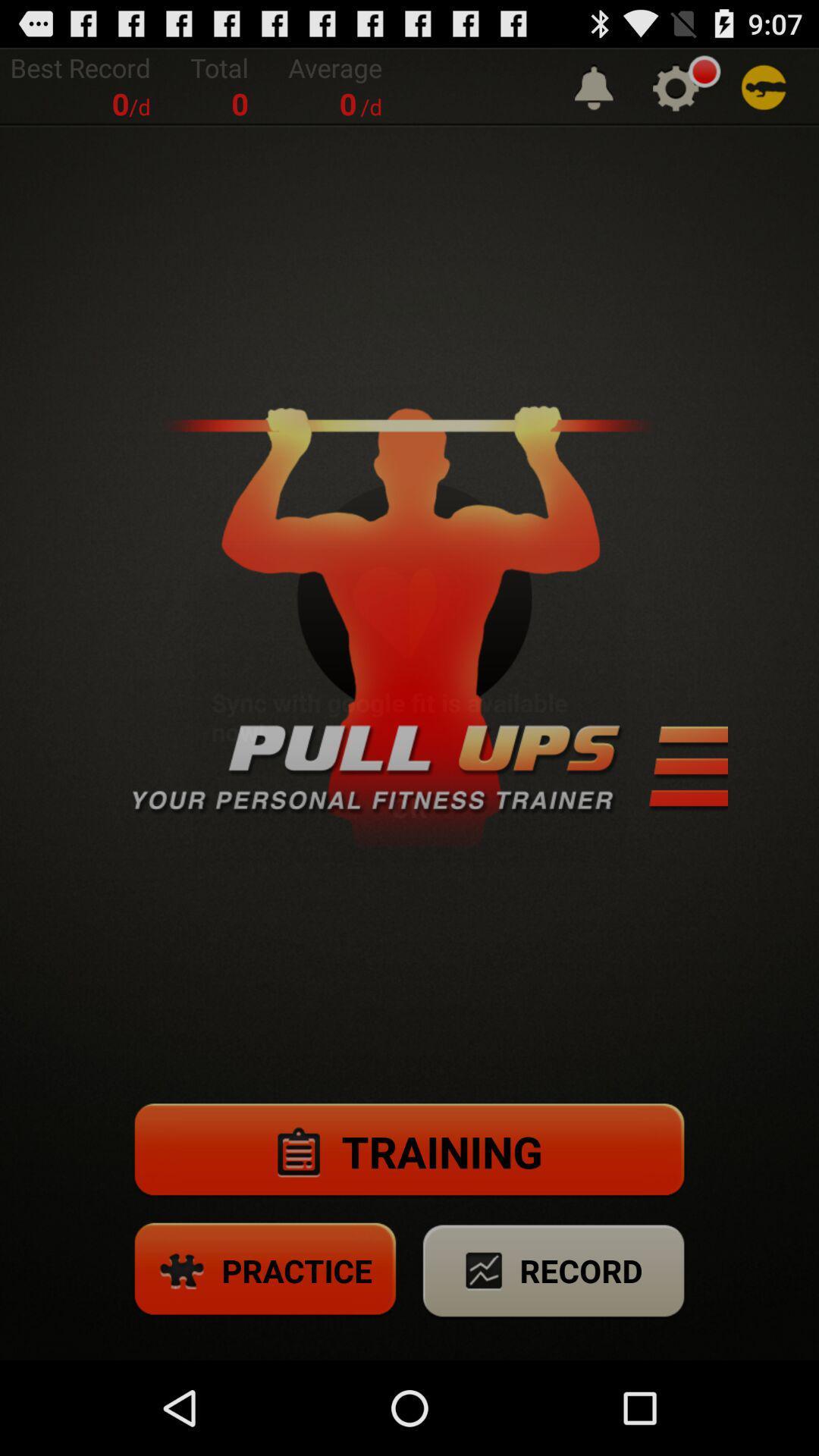  Describe the element at coordinates (593, 86) in the screenshot. I see `notifications` at that location.